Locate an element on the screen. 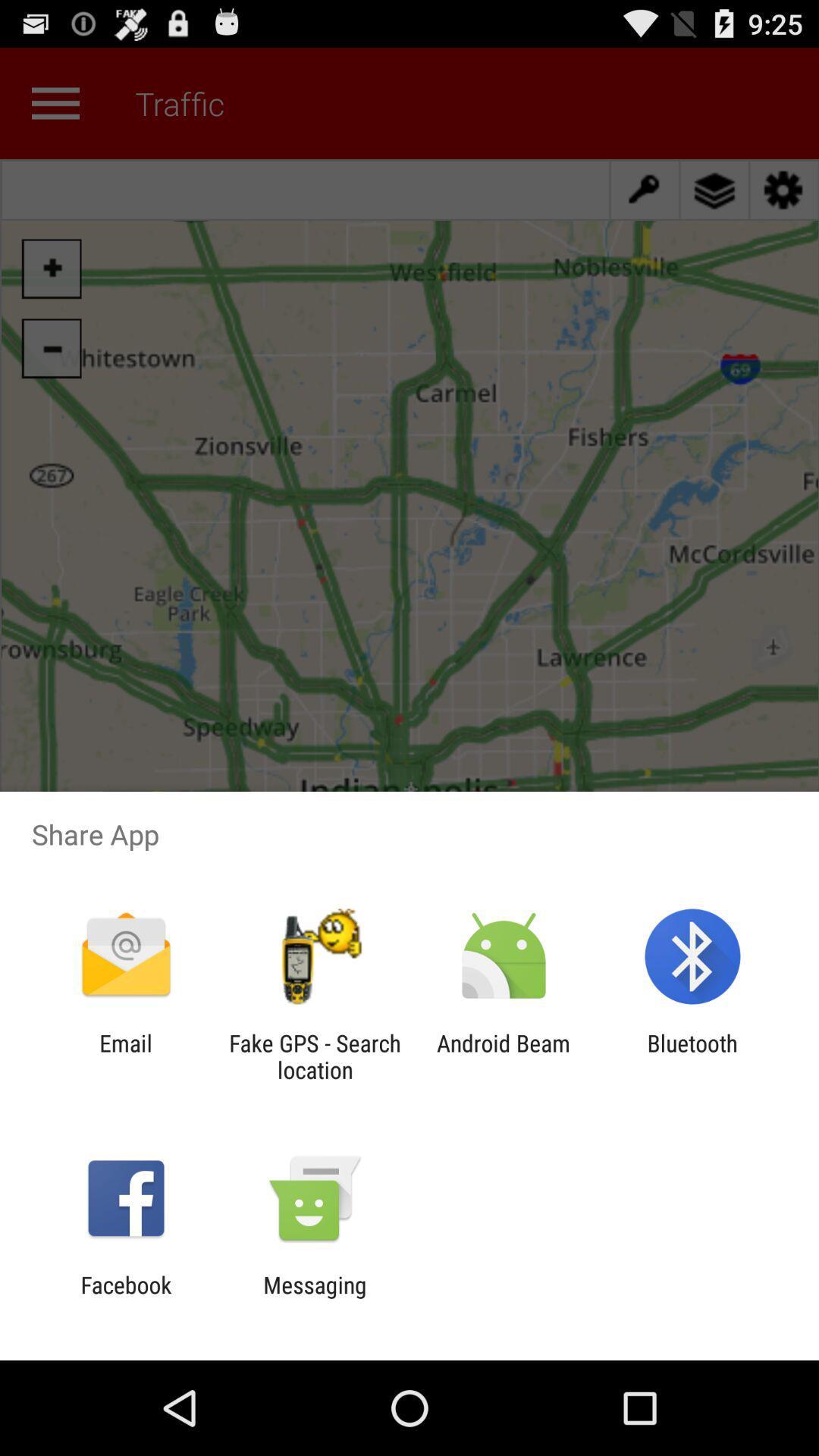 Image resolution: width=819 pixels, height=1456 pixels. icon next to the android beam is located at coordinates (692, 1056).